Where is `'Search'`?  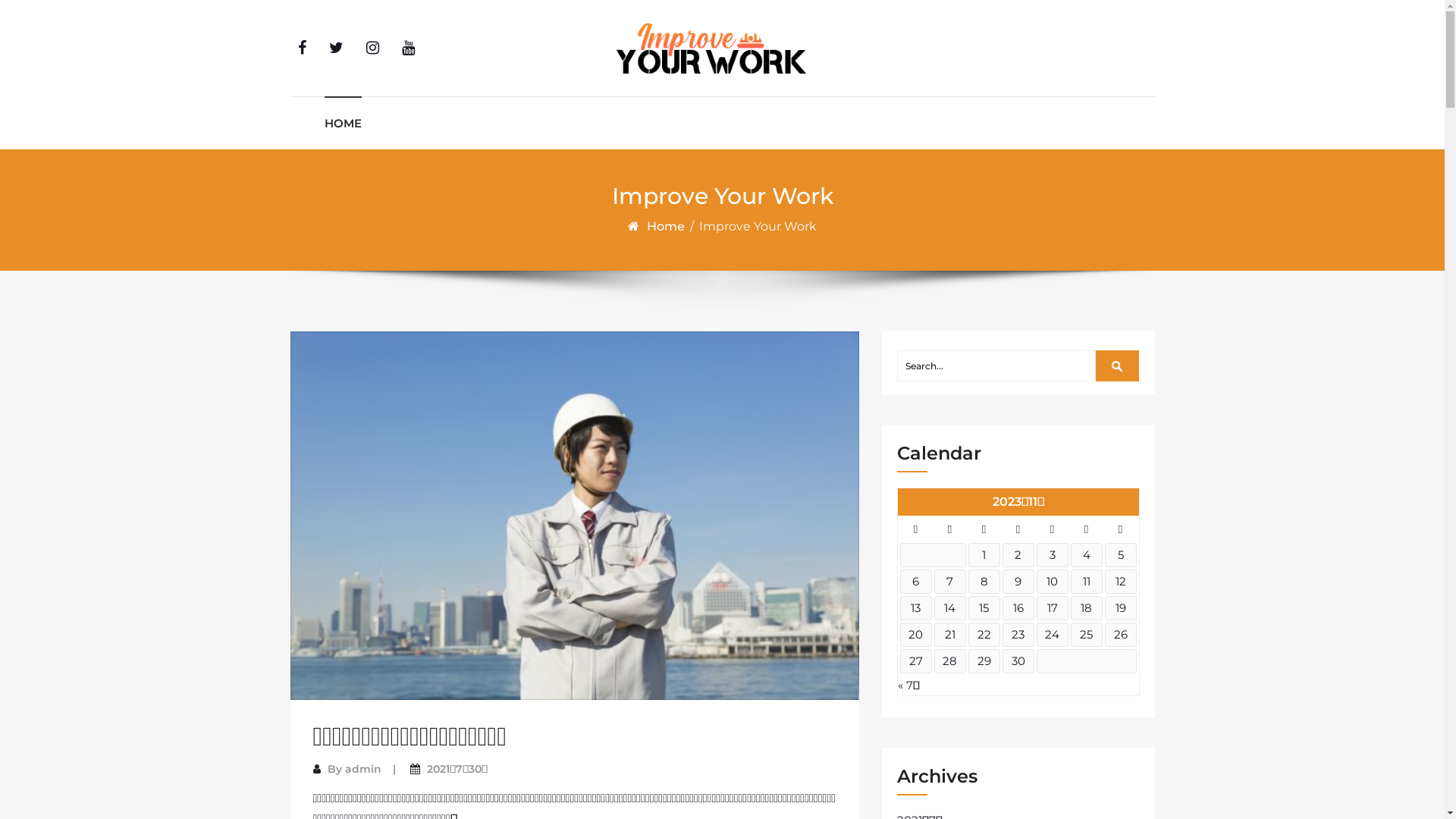 'Search' is located at coordinates (1117, 366).